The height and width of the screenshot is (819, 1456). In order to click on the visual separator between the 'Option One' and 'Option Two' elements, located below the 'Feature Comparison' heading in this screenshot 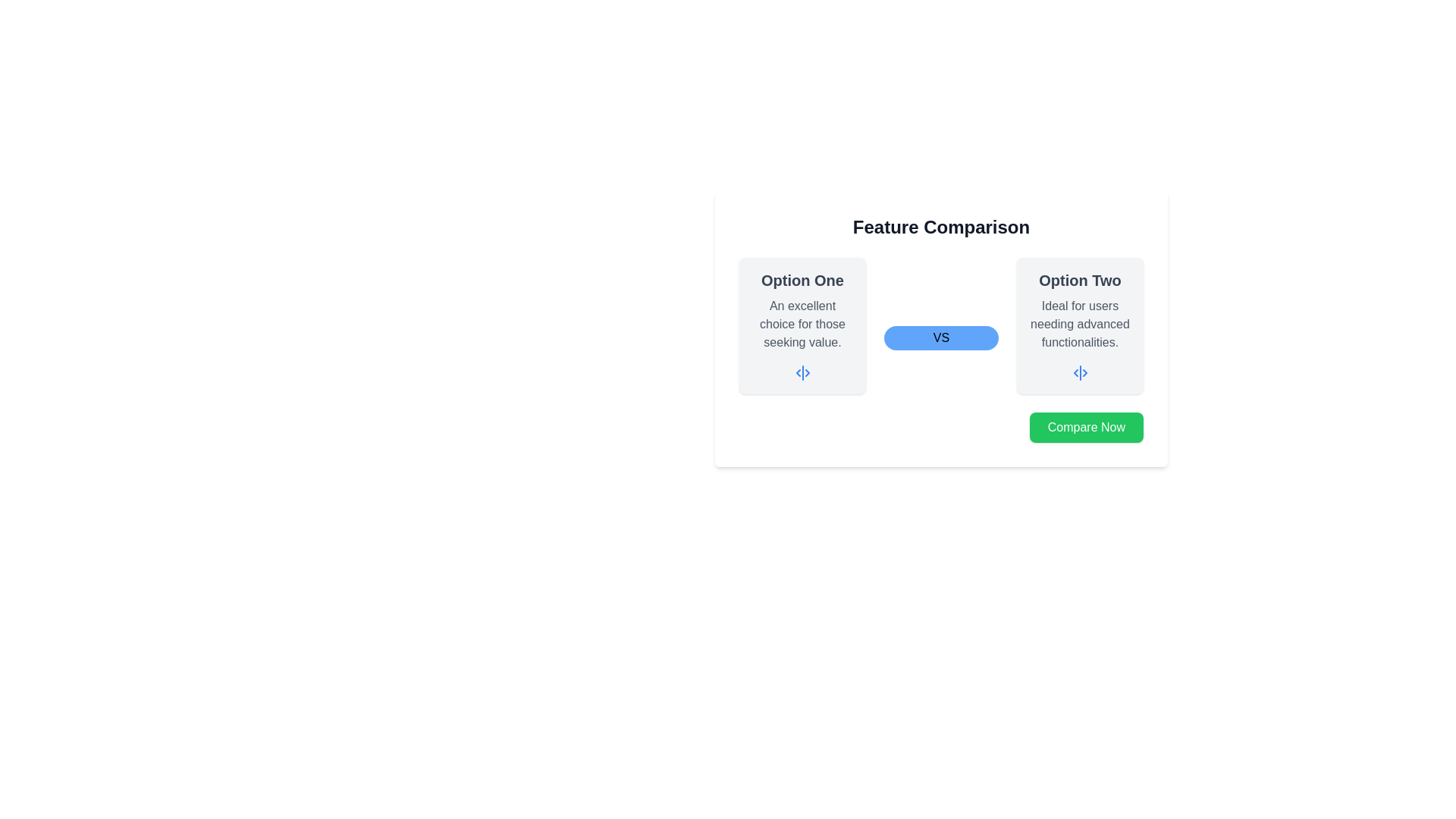, I will do `click(940, 337)`.